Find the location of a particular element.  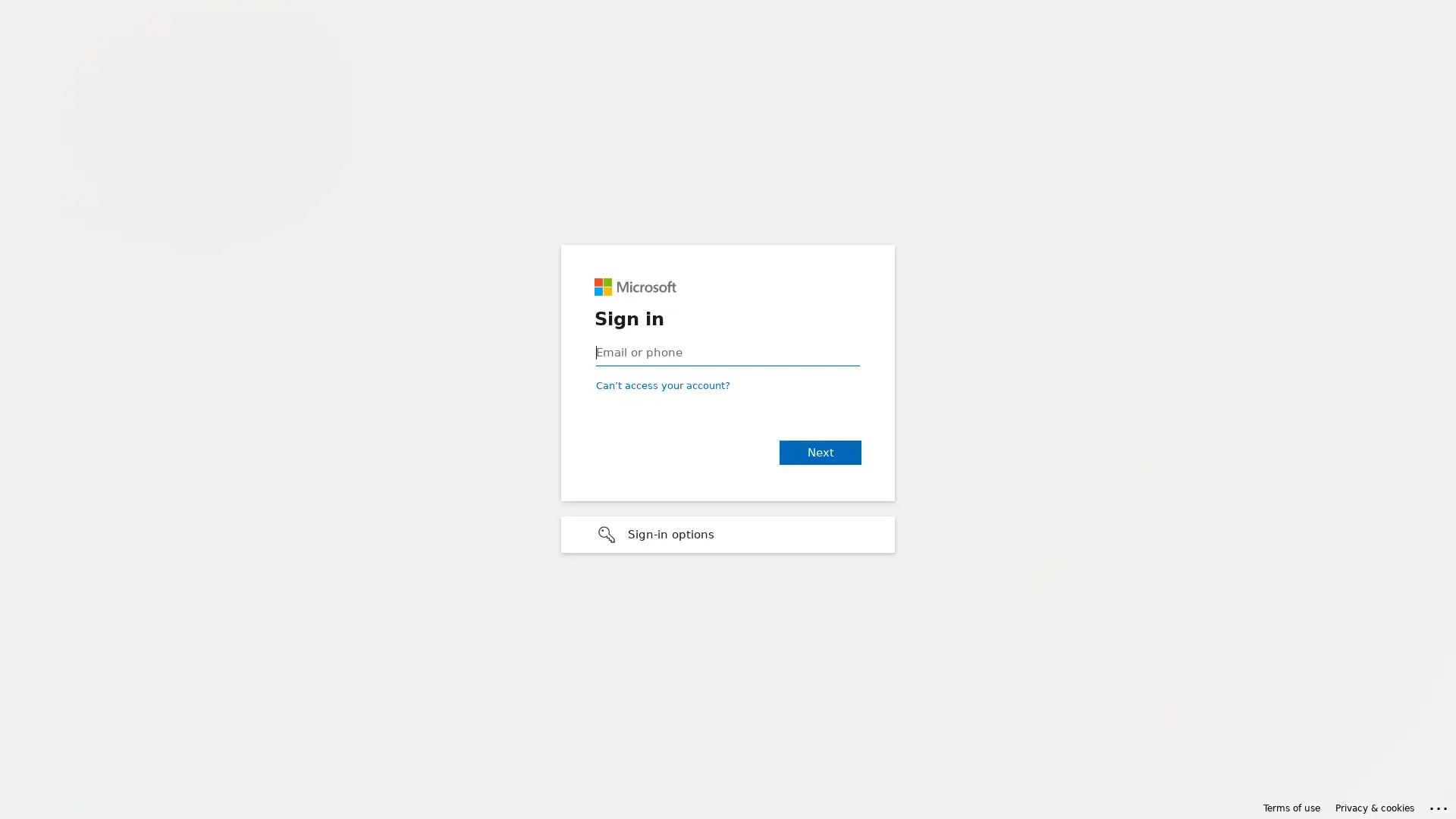

Click here for troubleshooting information is located at coordinates (1439, 805).